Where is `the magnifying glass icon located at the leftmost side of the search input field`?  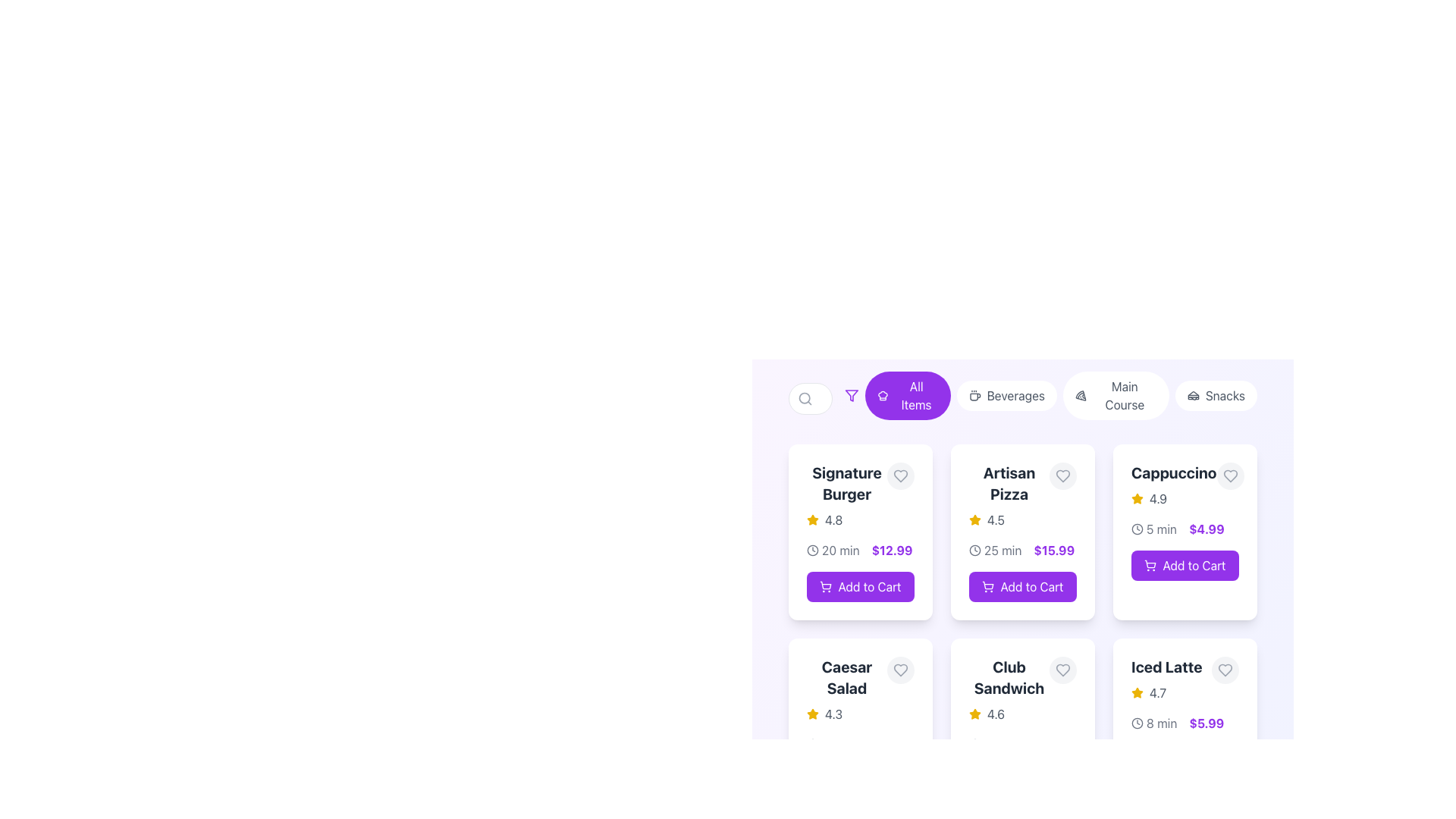
the magnifying glass icon located at the leftmost side of the search input field is located at coordinates (804, 397).